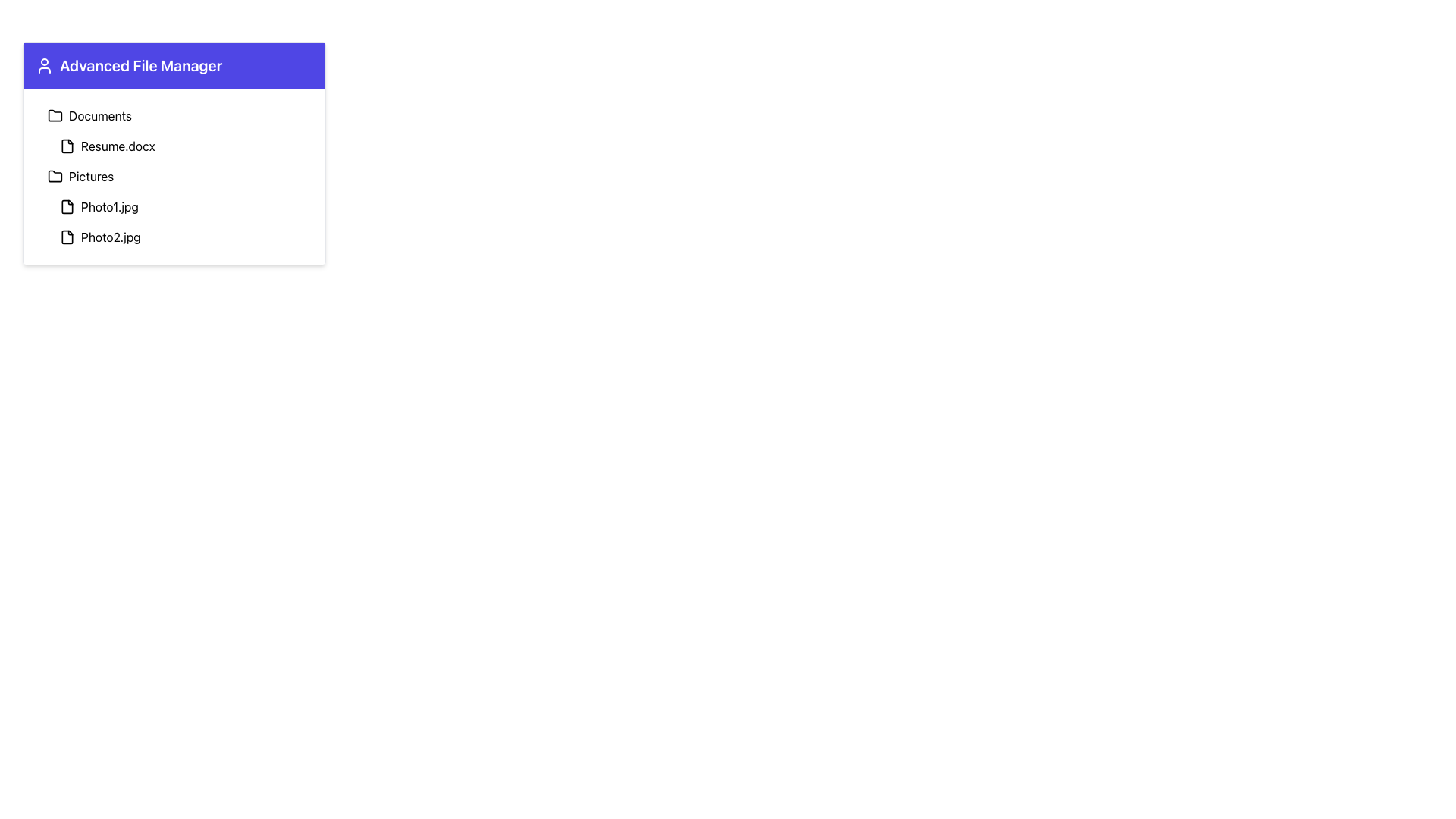  I want to click on the 'Documents' text label located in the vertical list of the 'Advanced File Manager', so click(99, 115).